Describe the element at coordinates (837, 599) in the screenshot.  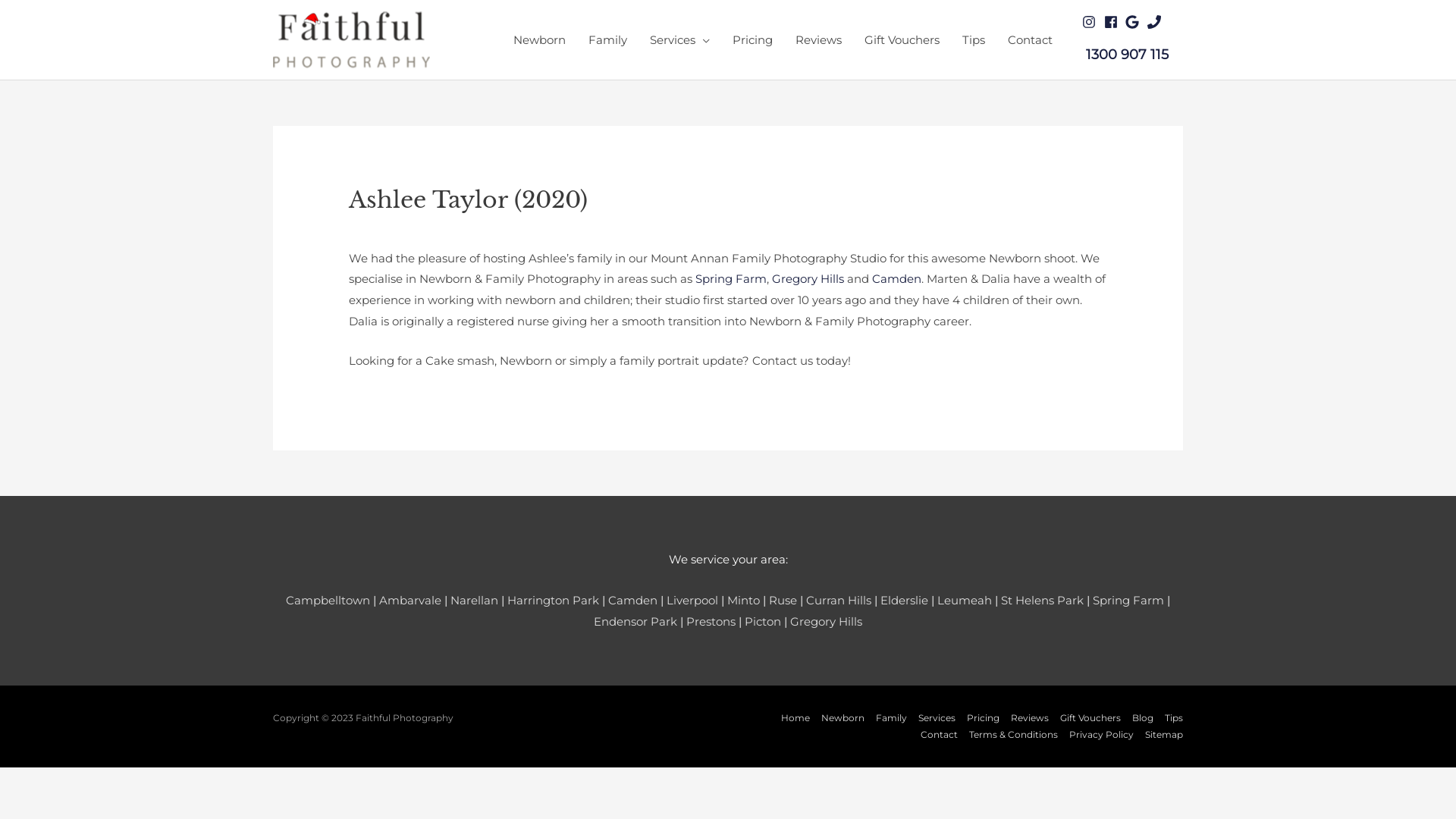
I see `'Curran Hills'` at that location.